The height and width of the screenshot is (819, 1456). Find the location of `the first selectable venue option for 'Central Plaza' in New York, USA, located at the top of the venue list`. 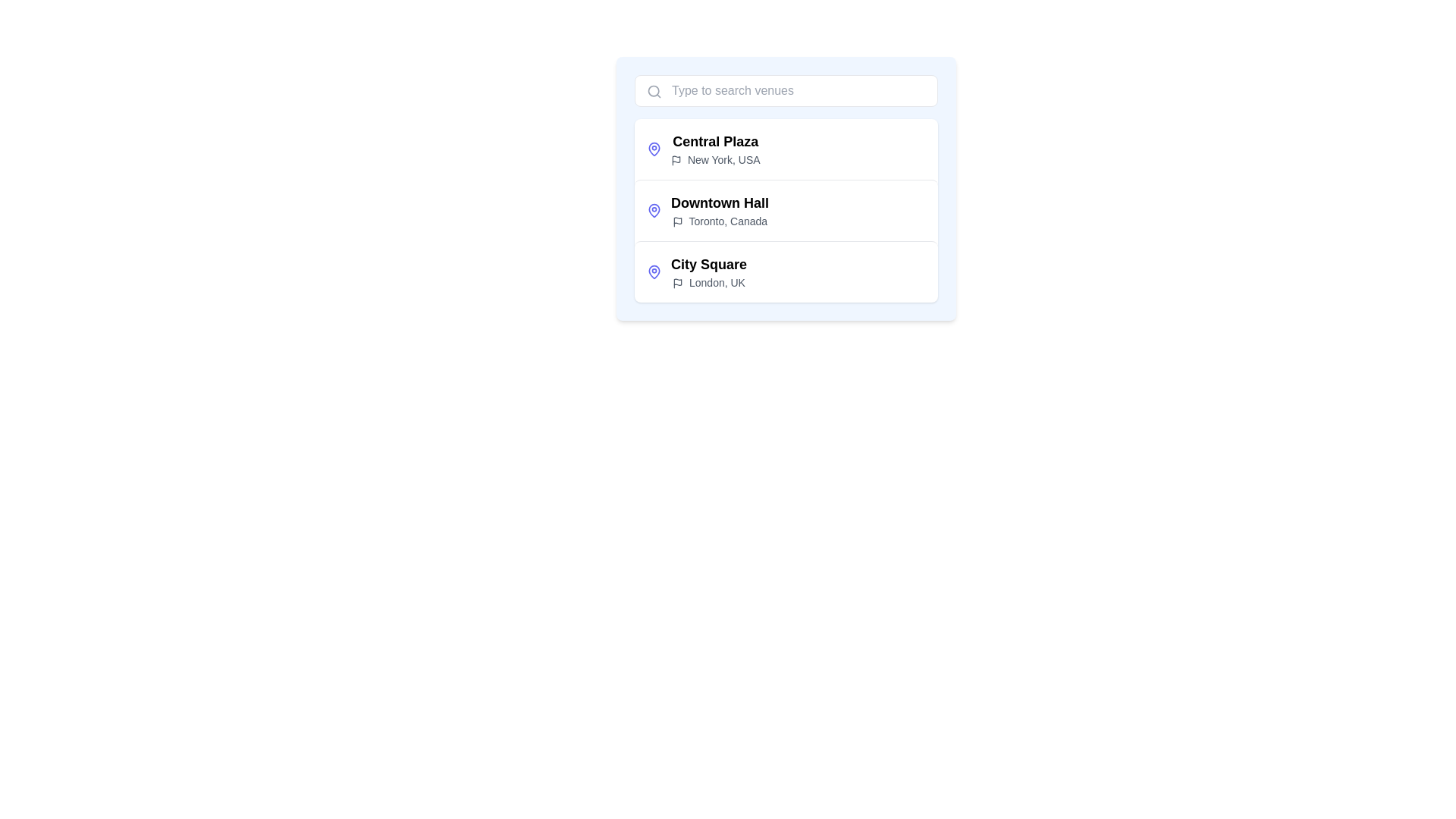

the first selectable venue option for 'Central Plaza' in New York, USA, located at the top of the venue list is located at coordinates (714, 149).